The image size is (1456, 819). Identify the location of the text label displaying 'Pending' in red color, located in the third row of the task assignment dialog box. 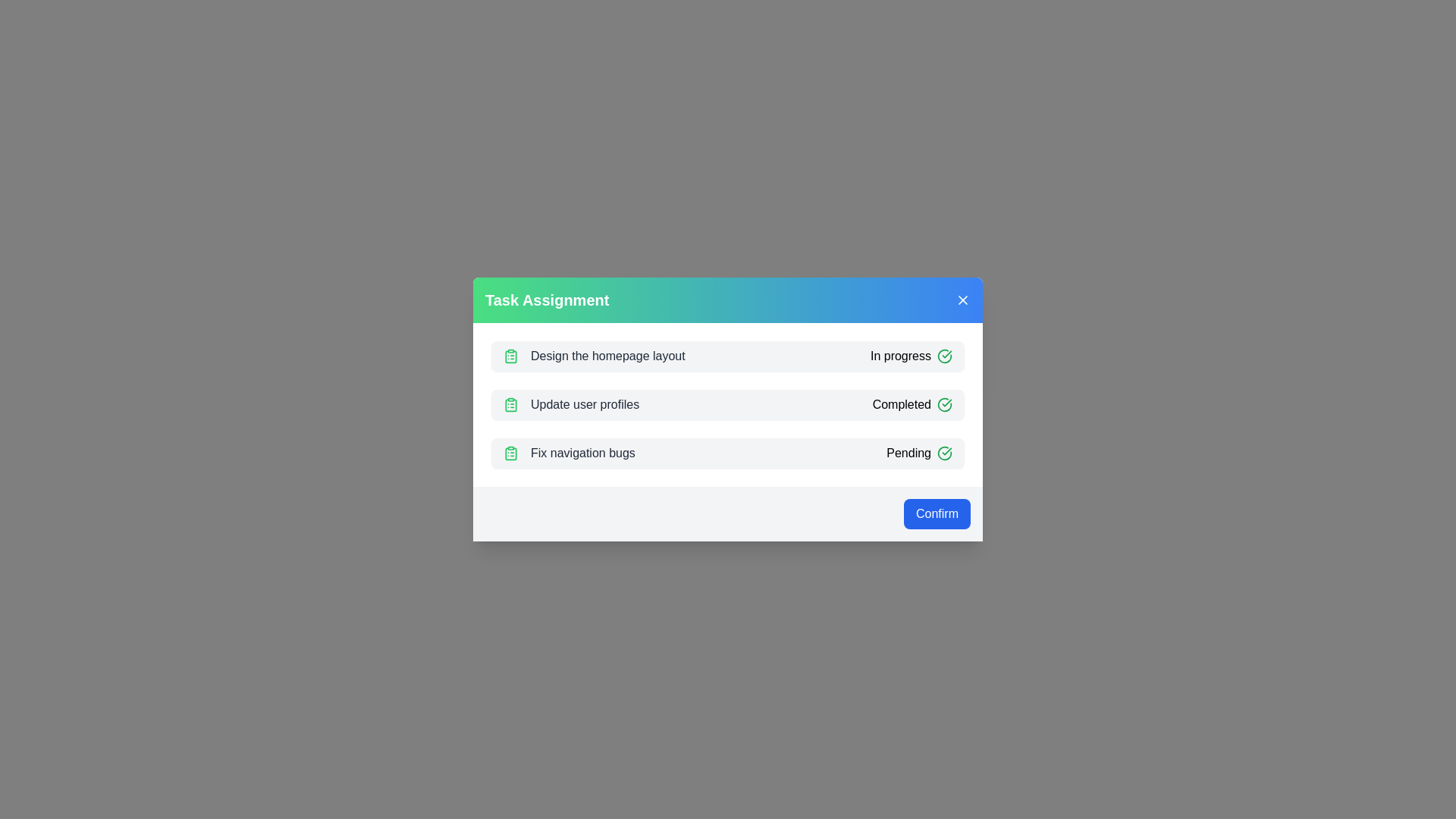
(908, 452).